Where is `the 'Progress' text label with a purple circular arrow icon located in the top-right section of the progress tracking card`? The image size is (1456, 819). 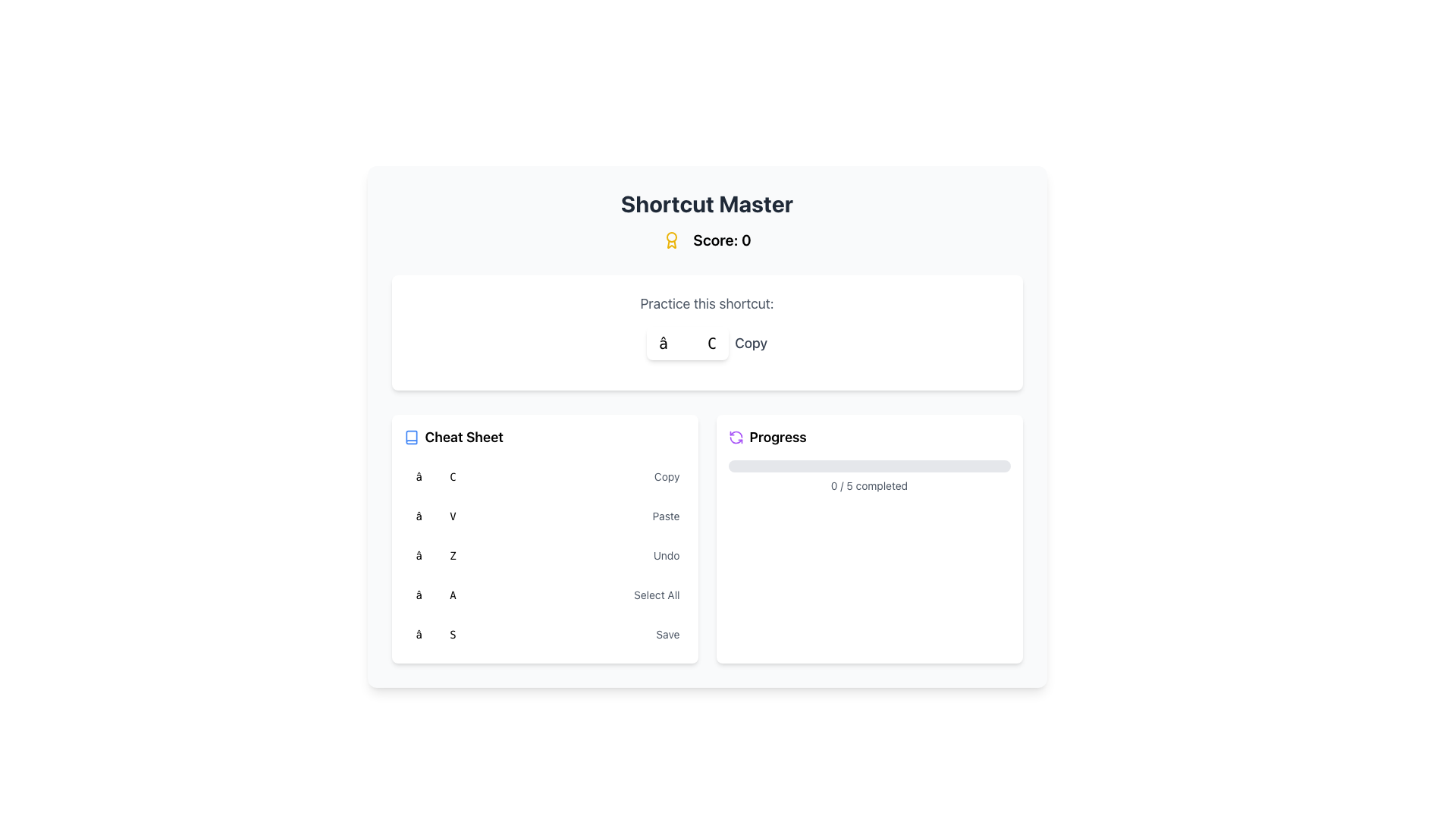 the 'Progress' text label with a purple circular arrow icon located in the top-right section of the progress tracking card is located at coordinates (767, 438).